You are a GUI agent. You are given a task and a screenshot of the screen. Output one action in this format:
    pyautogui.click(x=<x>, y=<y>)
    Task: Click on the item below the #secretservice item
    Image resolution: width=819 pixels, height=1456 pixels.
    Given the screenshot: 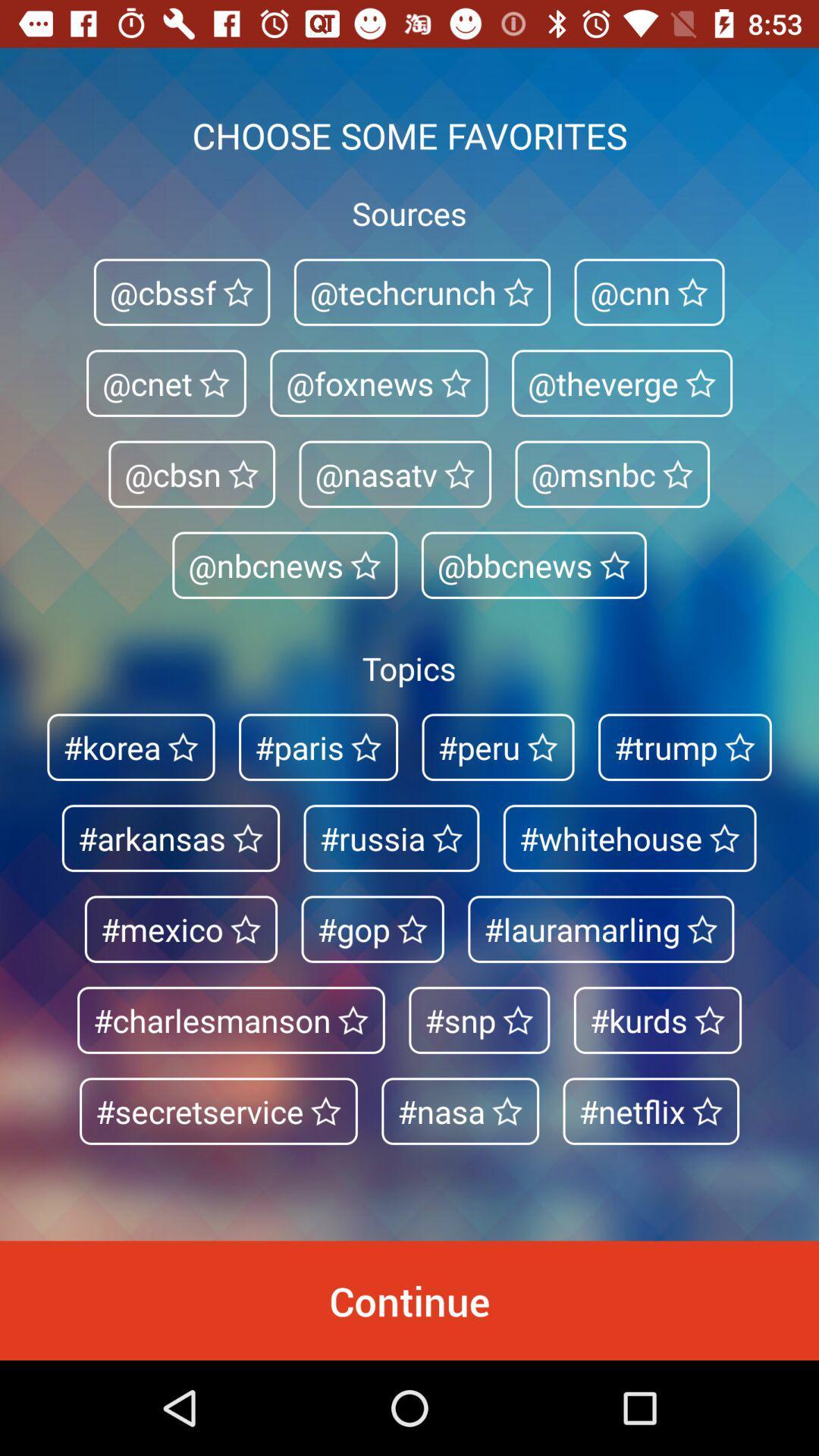 What is the action you would take?
    pyautogui.click(x=409, y=1300)
    